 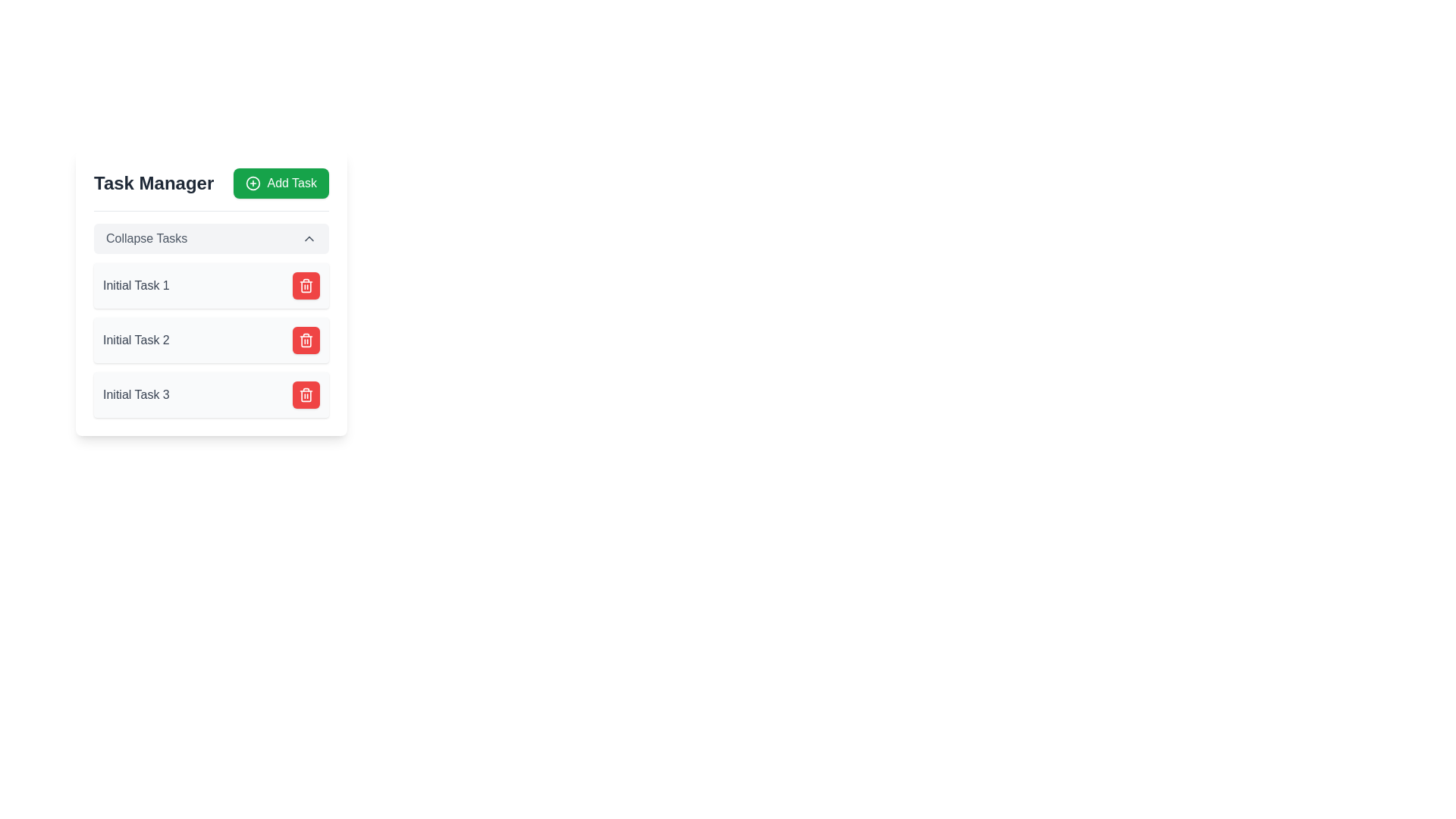 What do you see at coordinates (136, 394) in the screenshot?
I see `the static text label displaying 'Initial Task 3', which is the third item in the task list of the 'Task Manager' panel` at bounding box center [136, 394].